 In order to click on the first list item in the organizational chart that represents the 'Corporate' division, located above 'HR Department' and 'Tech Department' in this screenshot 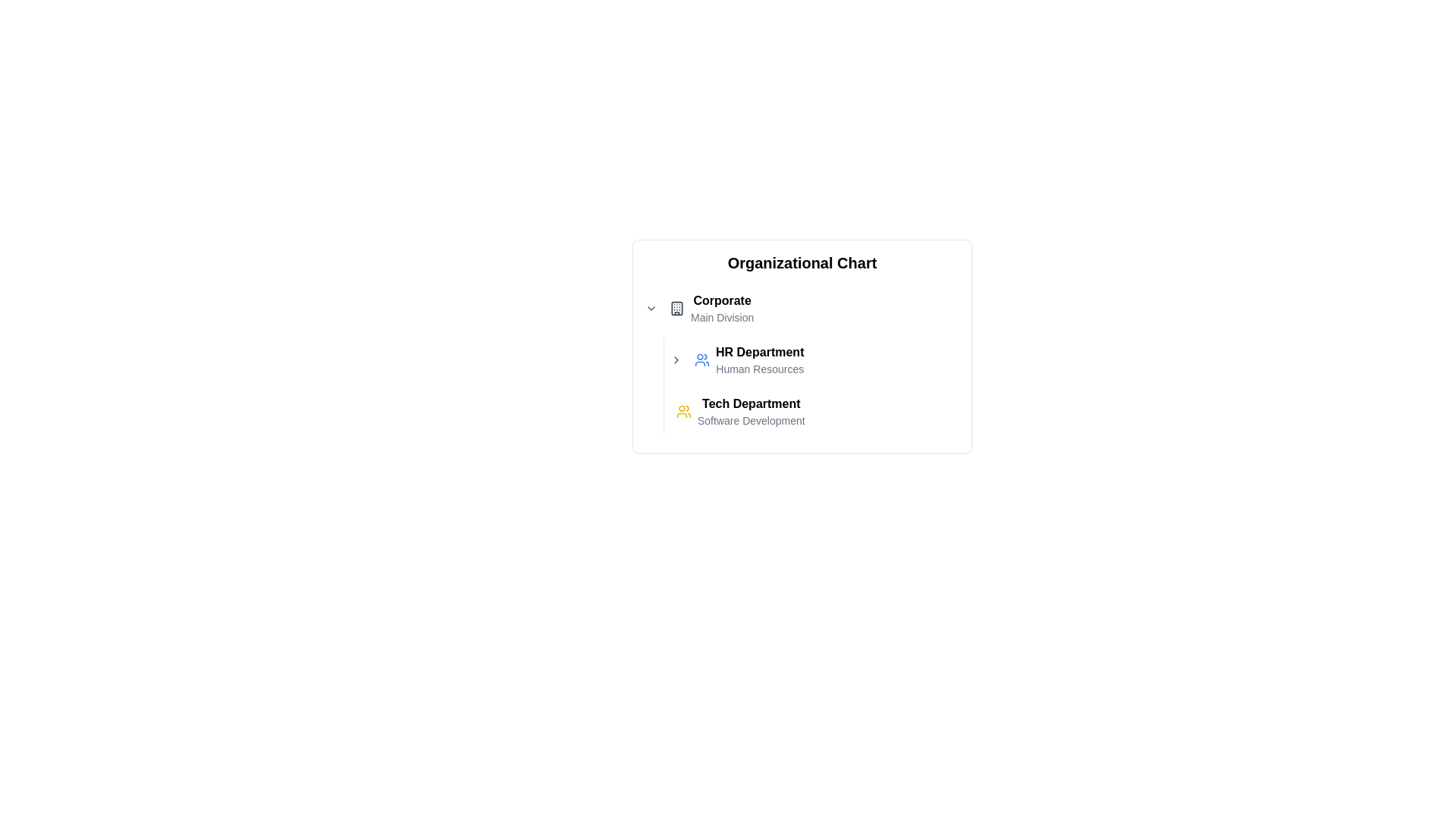, I will do `click(711, 308)`.